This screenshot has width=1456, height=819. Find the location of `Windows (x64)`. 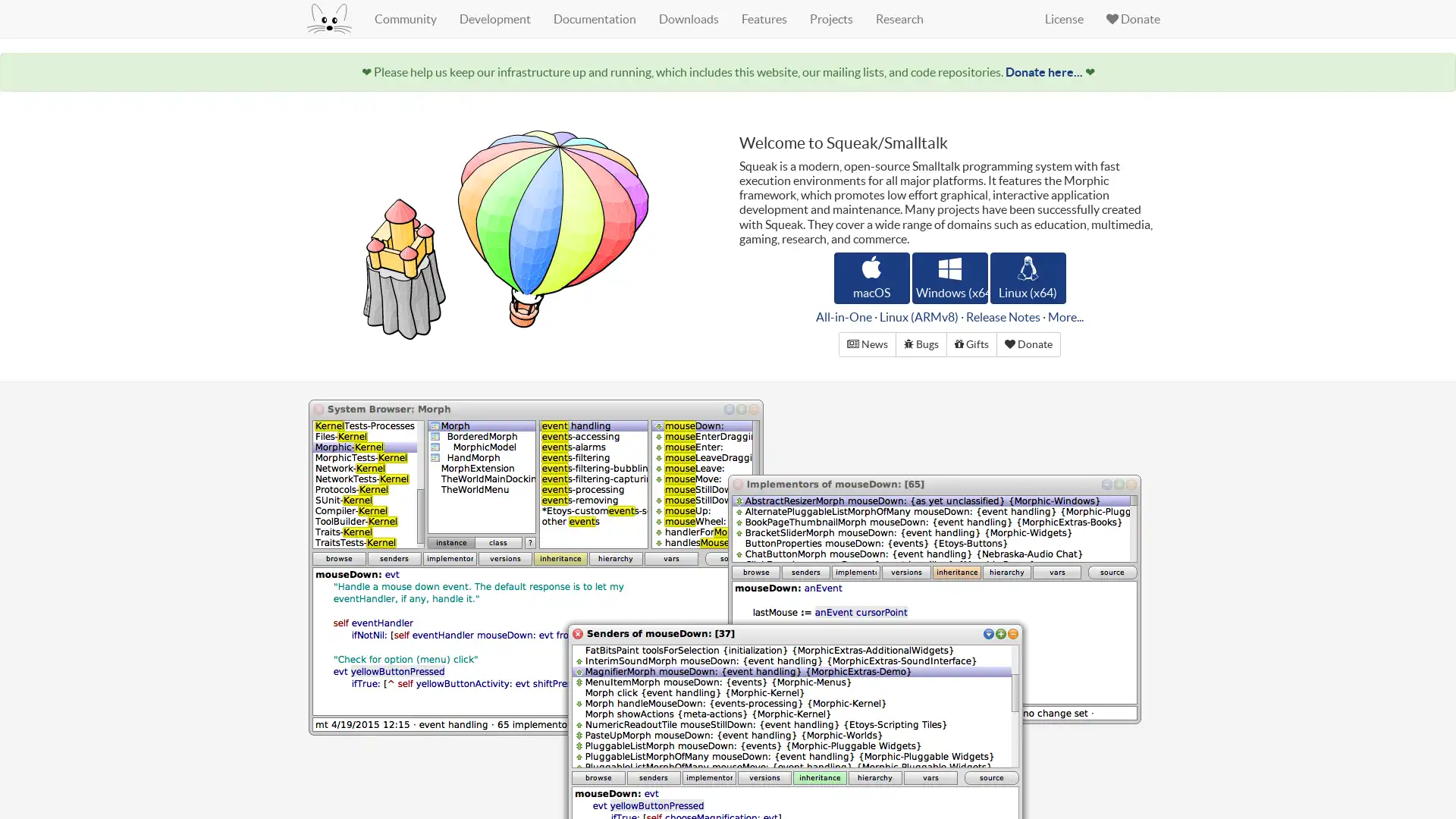

Windows (x64) is located at coordinates (949, 278).